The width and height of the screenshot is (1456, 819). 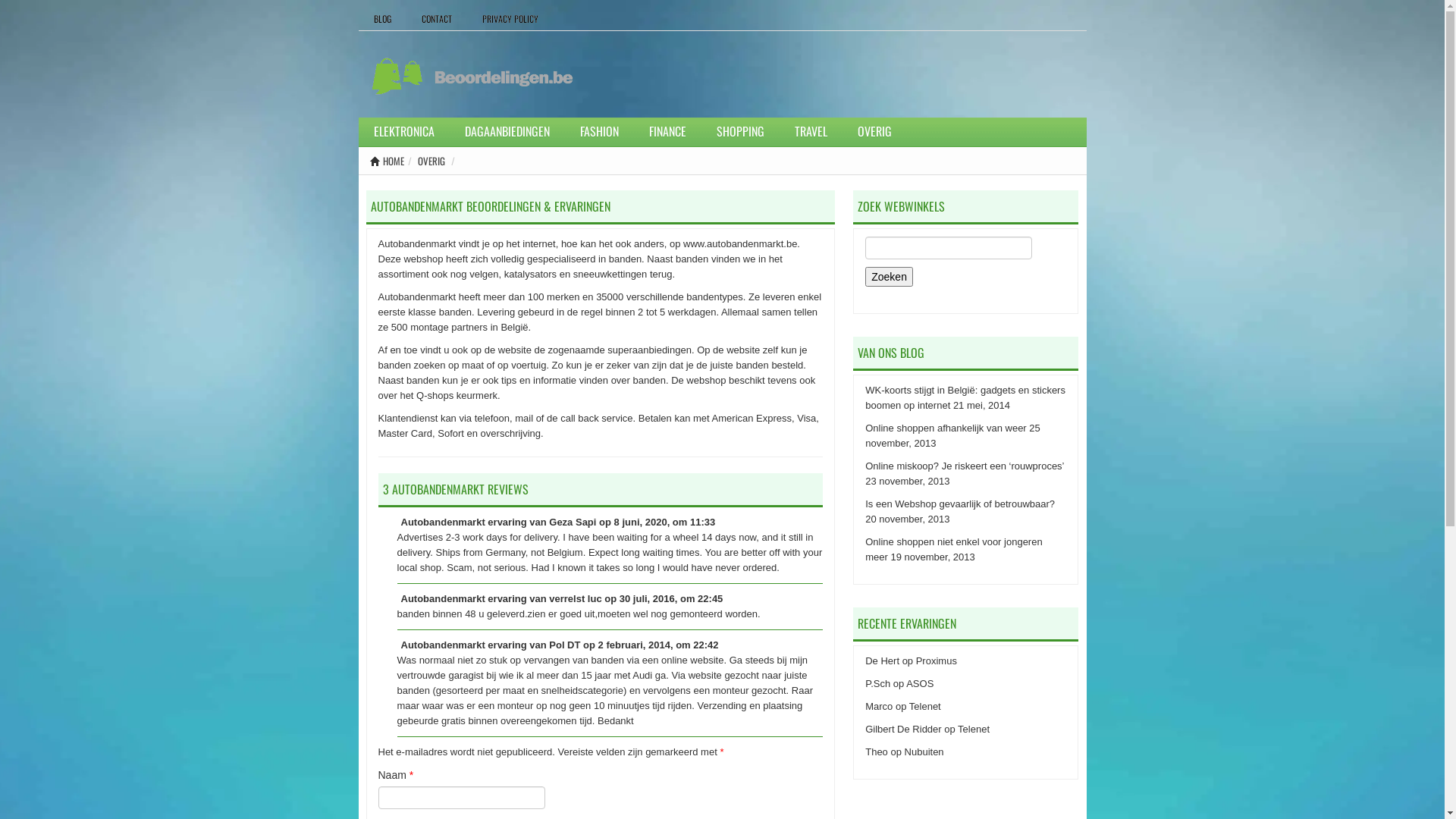 What do you see at coordinates (466, 18) in the screenshot?
I see `'PRIVACY POLICY'` at bounding box center [466, 18].